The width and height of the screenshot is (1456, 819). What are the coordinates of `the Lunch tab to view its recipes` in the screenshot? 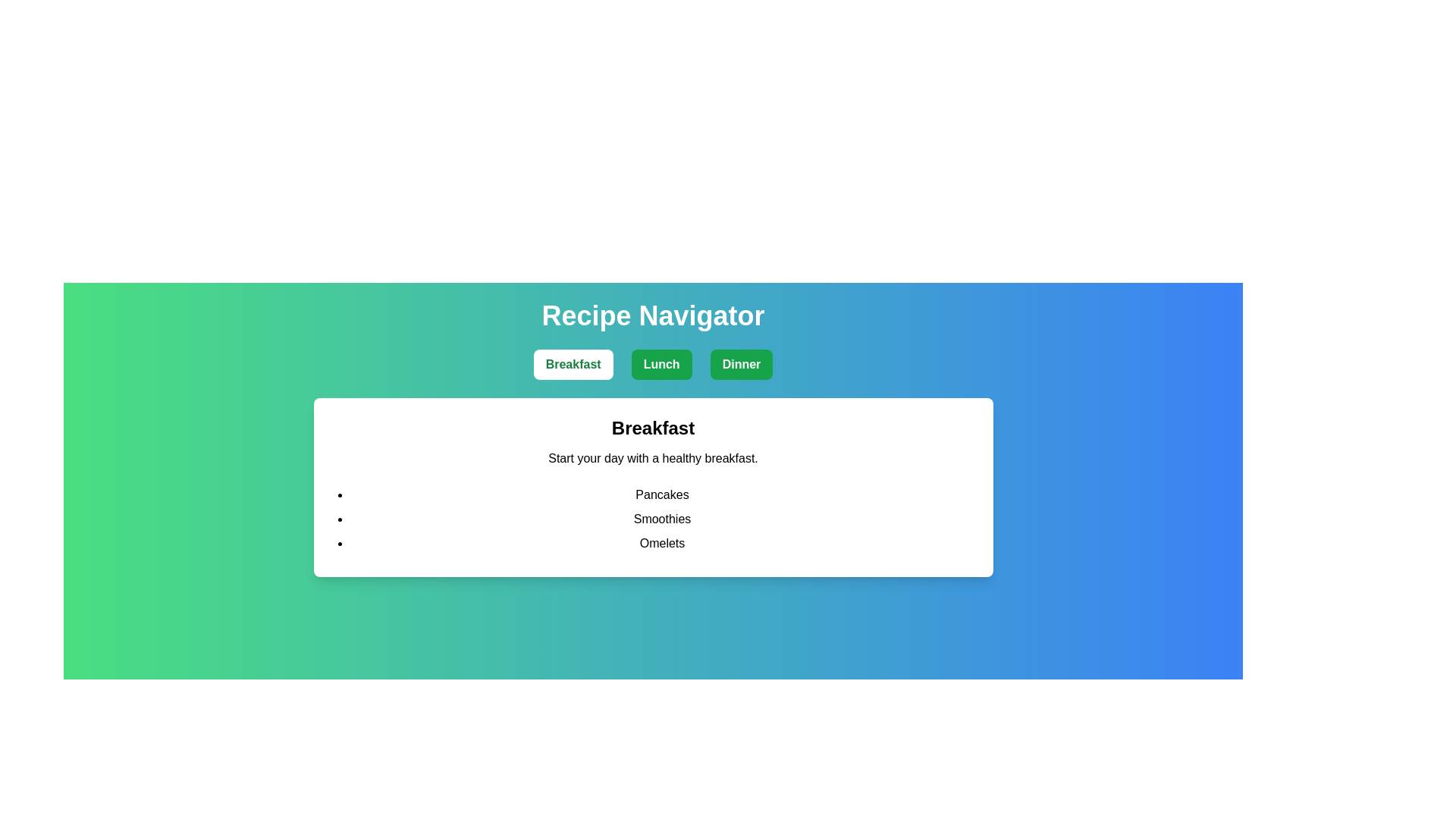 It's located at (661, 365).